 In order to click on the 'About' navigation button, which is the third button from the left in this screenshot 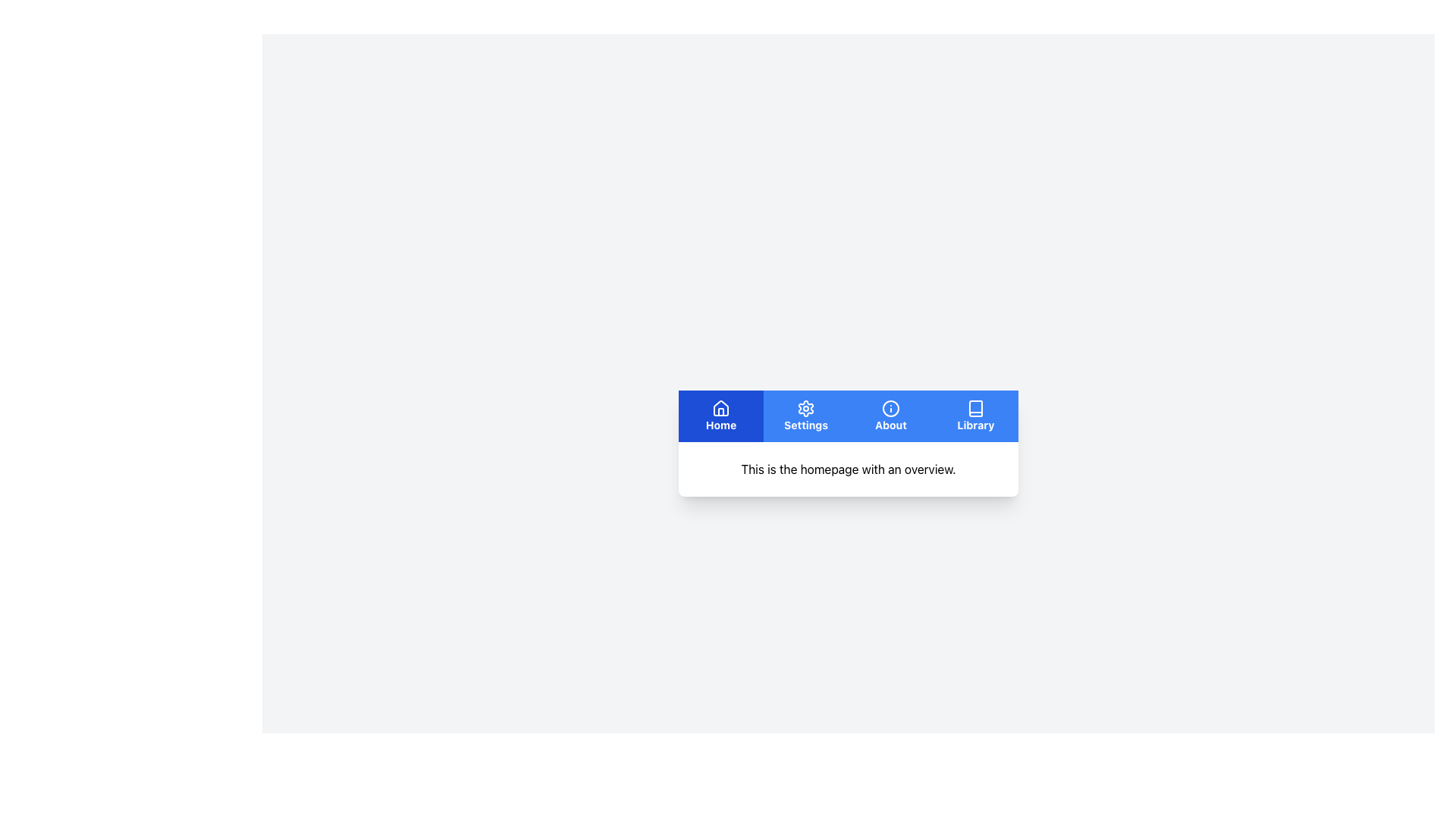, I will do `click(891, 416)`.